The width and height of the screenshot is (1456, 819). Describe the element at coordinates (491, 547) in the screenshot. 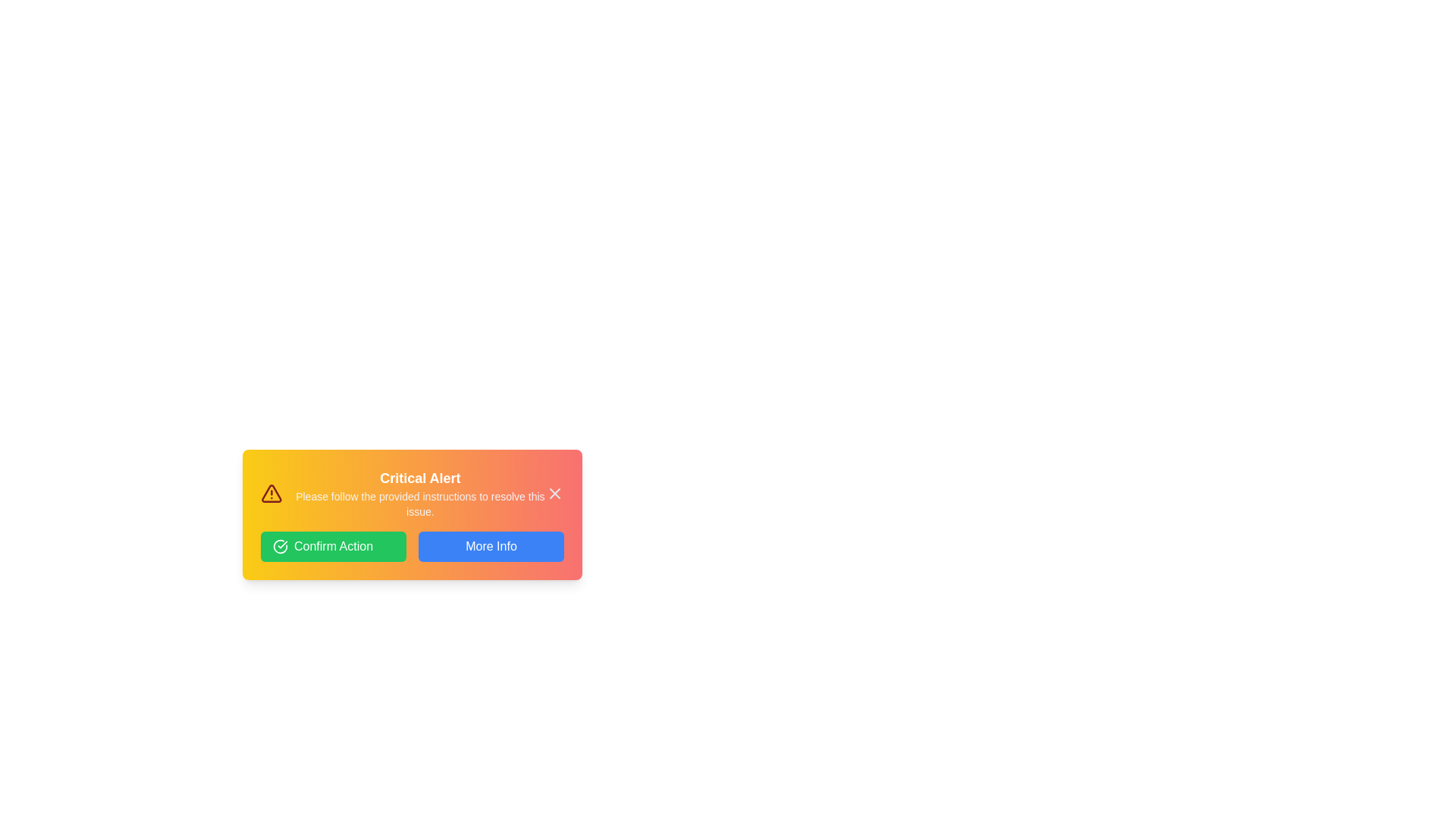

I see `the 'More Info' button to request additional information` at that location.